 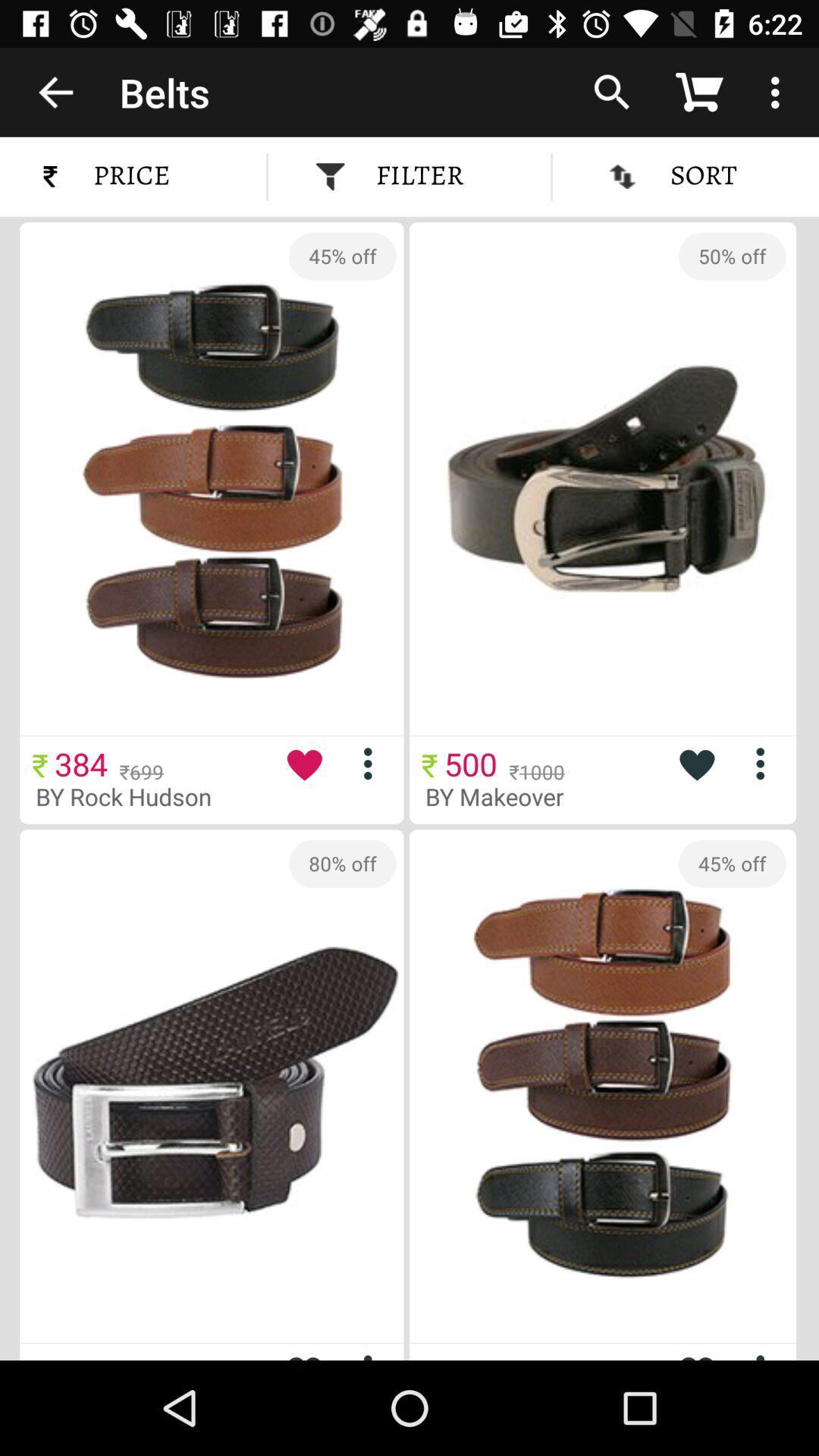 I want to click on to favorite, so click(x=696, y=1351).